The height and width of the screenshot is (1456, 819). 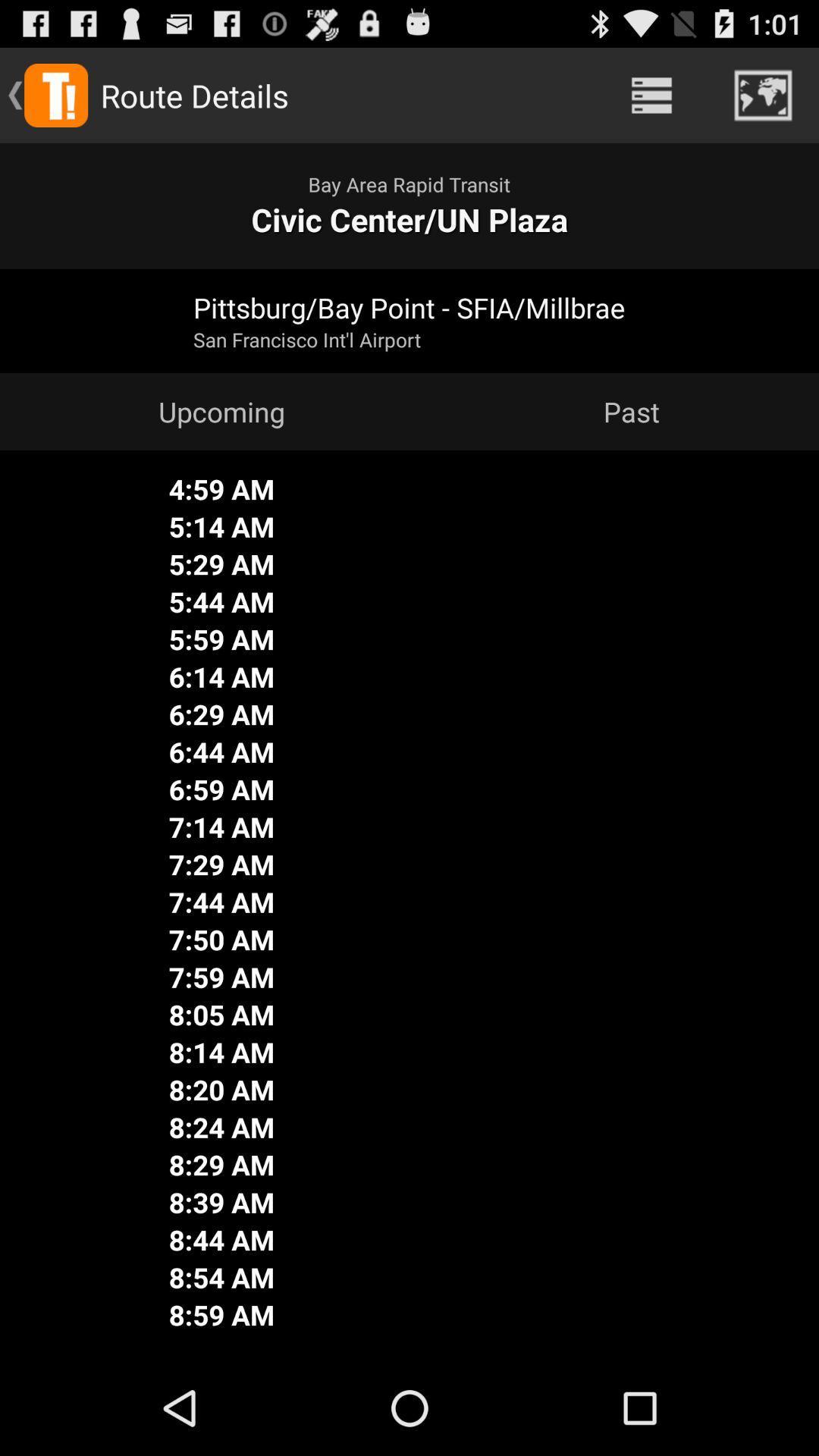 What do you see at coordinates (763, 94) in the screenshot?
I see `item above civic center un item` at bounding box center [763, 94].